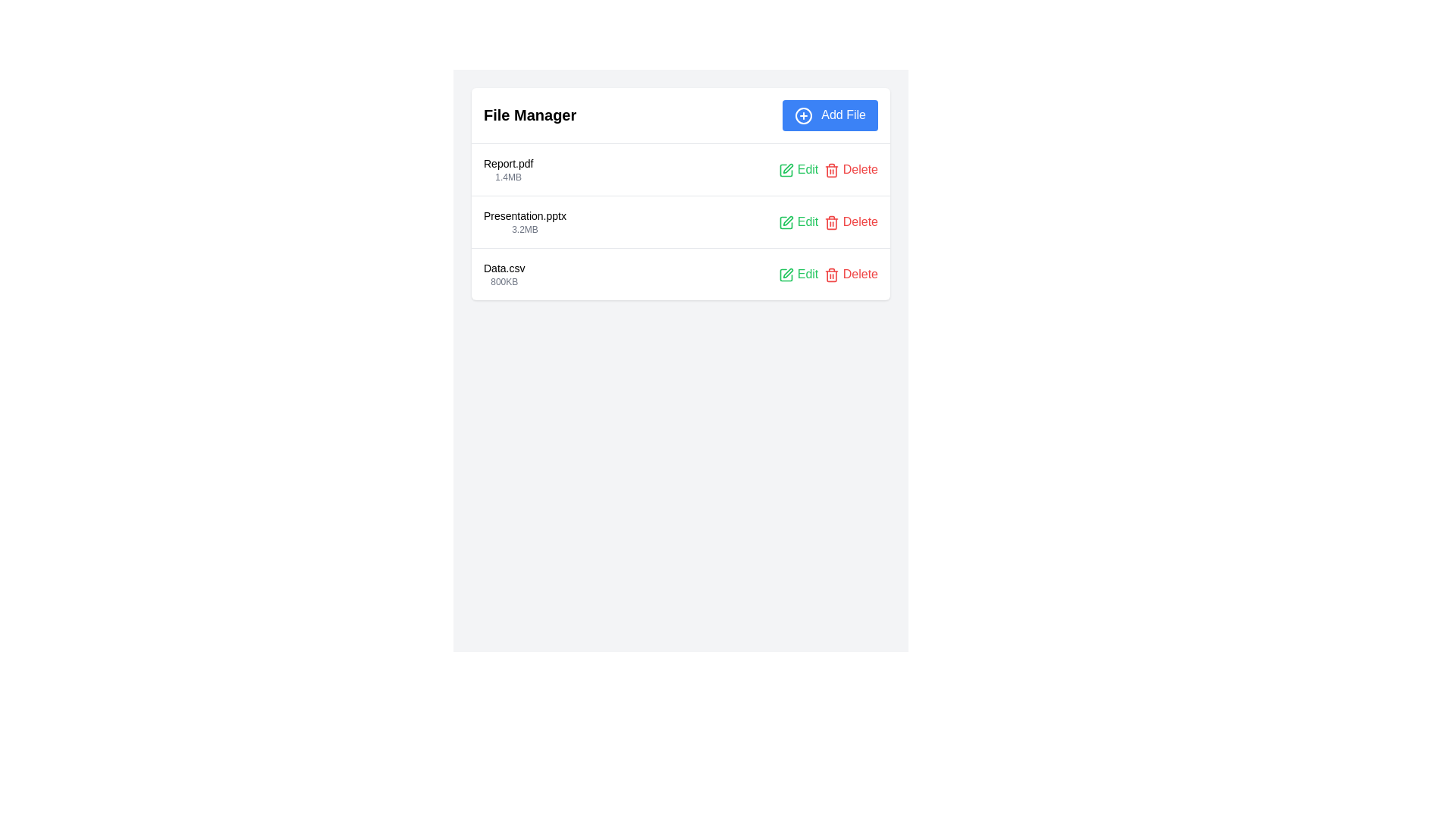 This screenshot has height=819, width=1456. What do you see at coordinates (798, 274) in the screenshot?
I see `the 'Edit' button associated with the file 'Data.csv' to observe the hover effect` at bounding box center [798, 274].